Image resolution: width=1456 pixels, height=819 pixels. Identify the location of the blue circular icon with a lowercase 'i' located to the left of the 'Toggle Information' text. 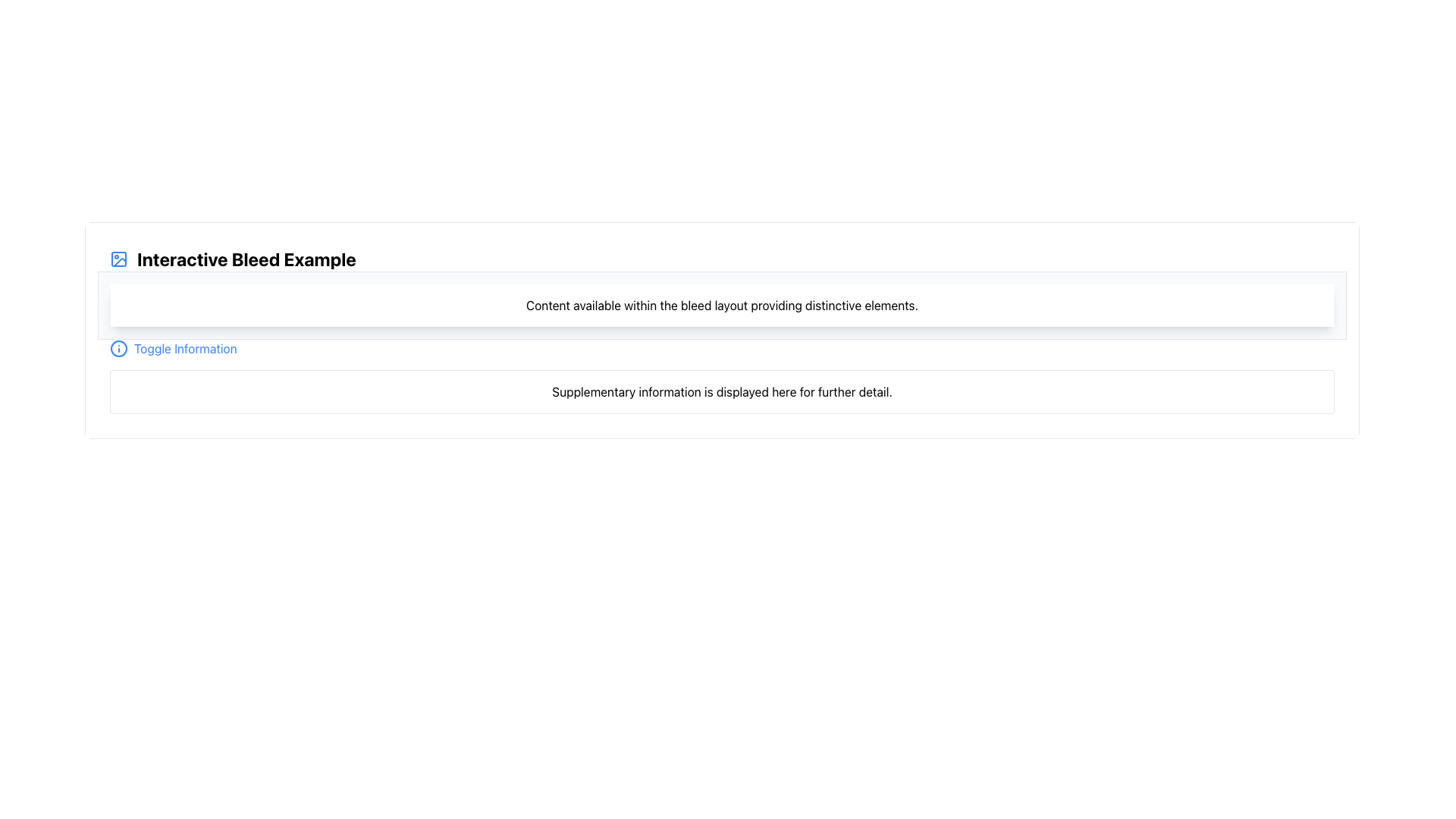
(118, 348).